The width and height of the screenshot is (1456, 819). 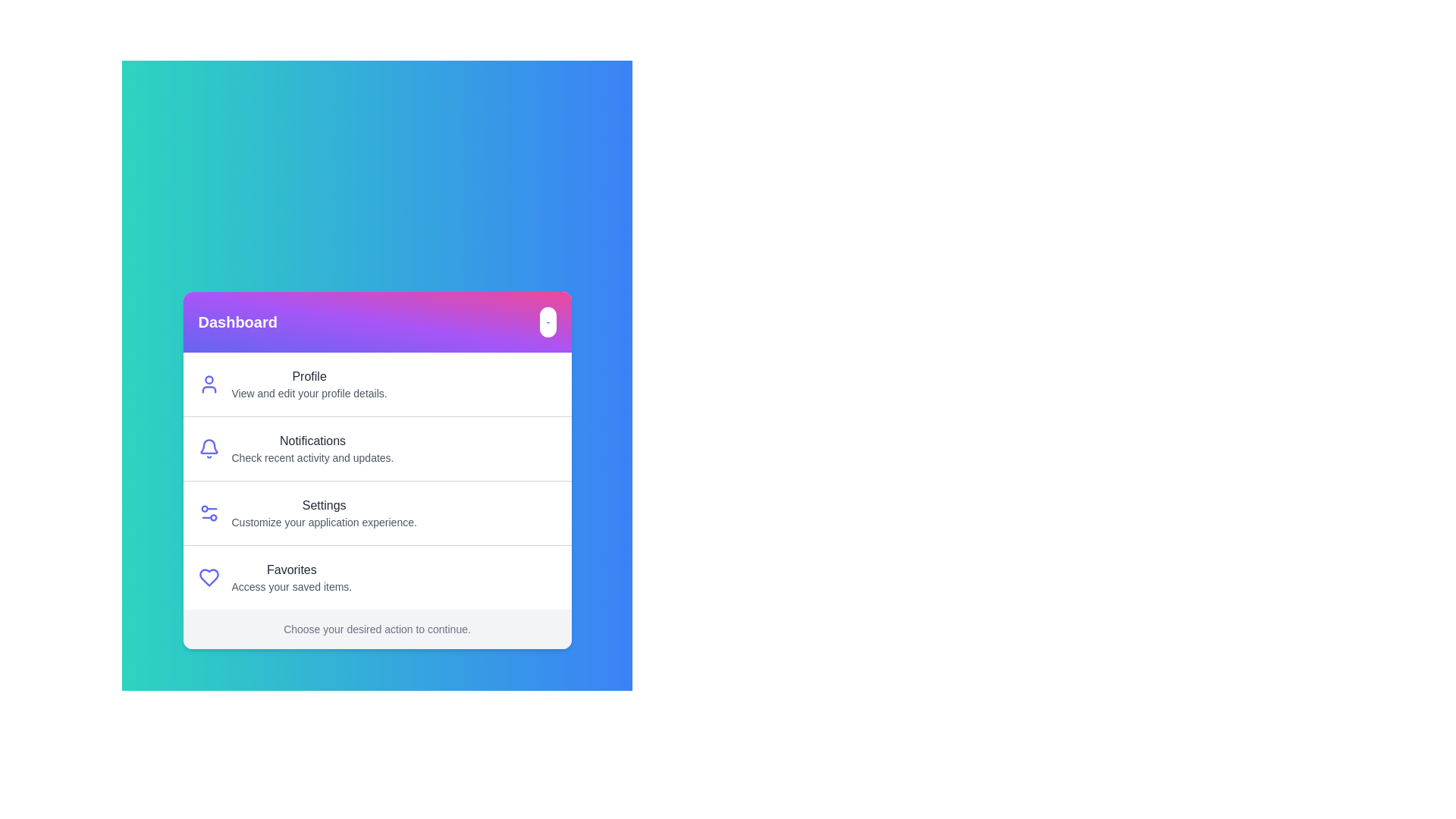 I want to click on the menu option corresponding to Notifications, so click(x=312, y=447).